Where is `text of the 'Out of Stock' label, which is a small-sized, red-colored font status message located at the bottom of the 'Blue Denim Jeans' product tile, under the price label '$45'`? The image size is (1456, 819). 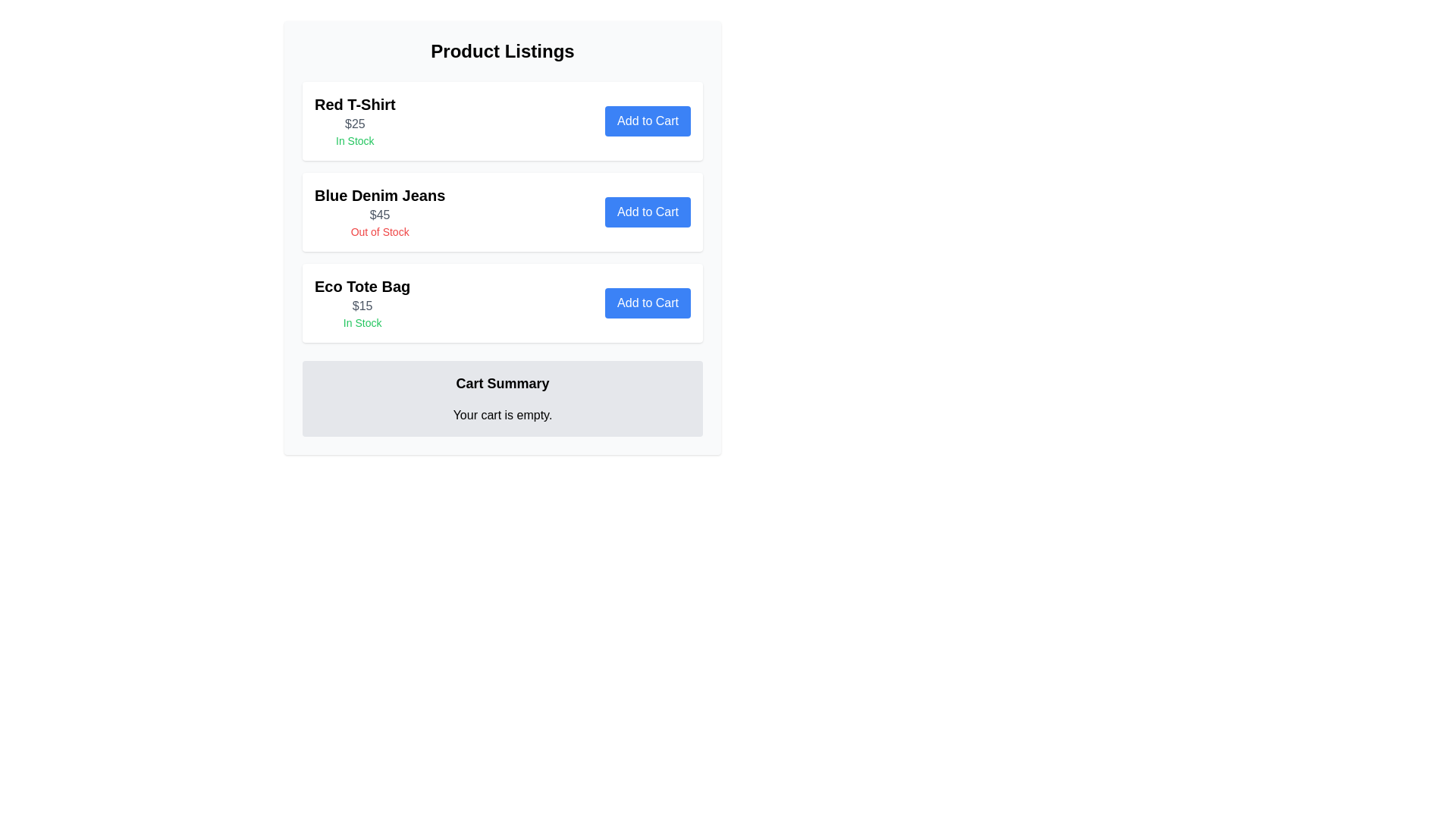 text of the 'Out of Stock' label, which is a small-sized, red-colored font status message located at the bottom of the 'Blue Denim Jeans' product tile, under the price label '$45' is located at coordinates (380, 231).